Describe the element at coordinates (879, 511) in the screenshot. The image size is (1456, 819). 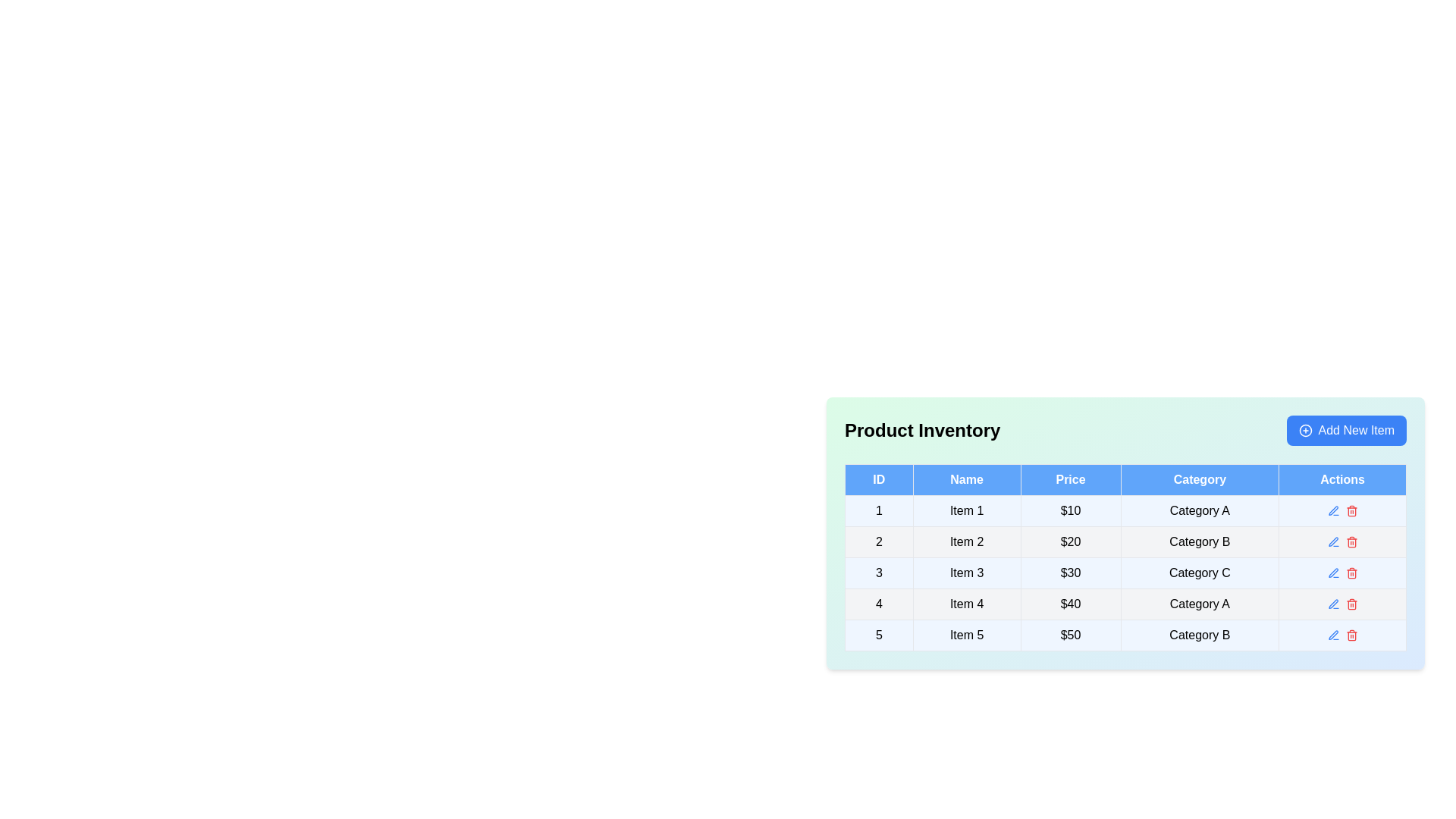
I see `the text element displaying the numeral '1' in the ID field of the row corresponding to 'Item 1', located in the first column of the table` at that location.